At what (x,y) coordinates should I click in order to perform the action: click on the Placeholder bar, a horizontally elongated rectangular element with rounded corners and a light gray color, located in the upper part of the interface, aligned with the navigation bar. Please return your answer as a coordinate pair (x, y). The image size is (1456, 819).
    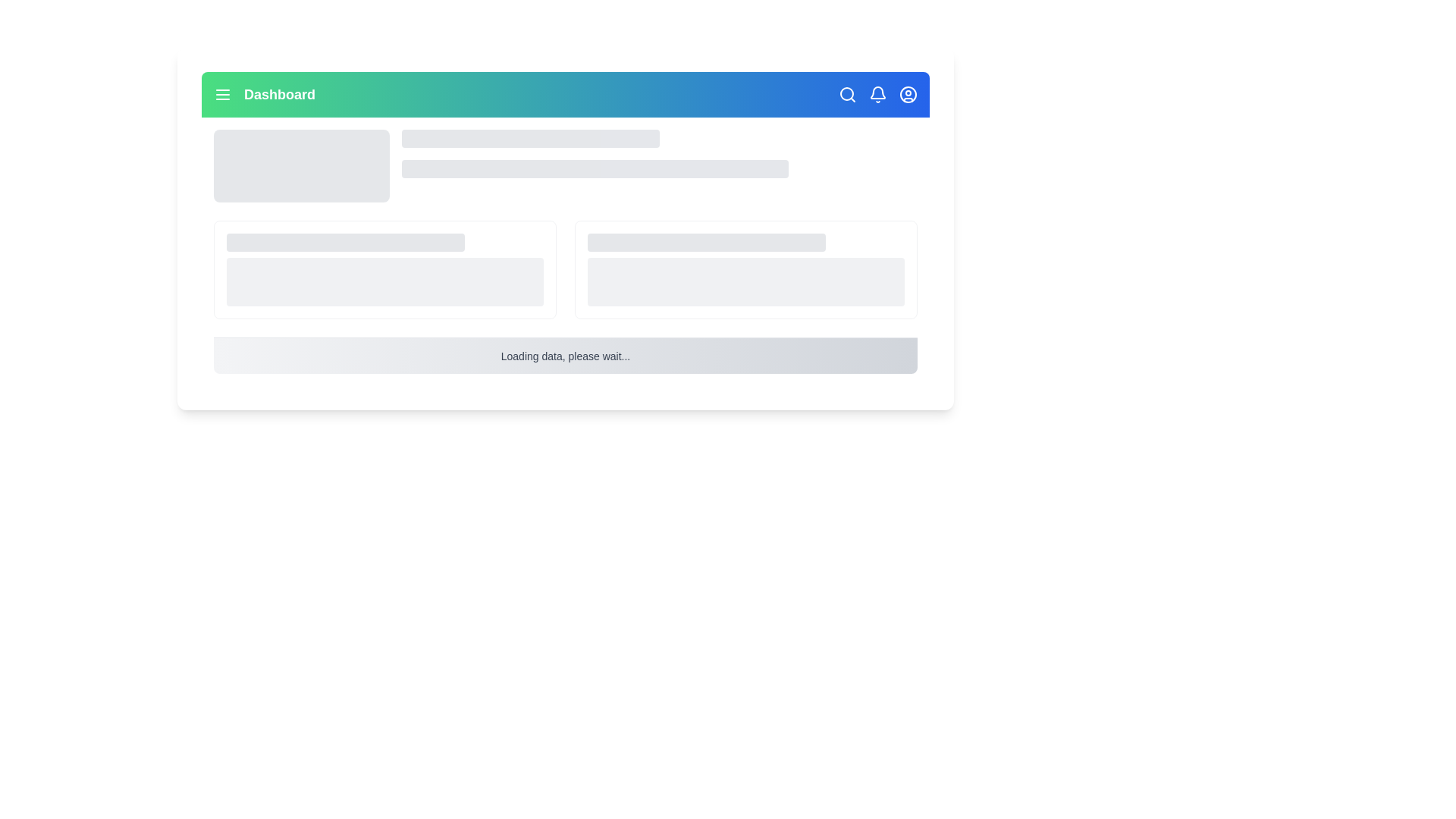
    Looking at the image, I should click on (531, 138).